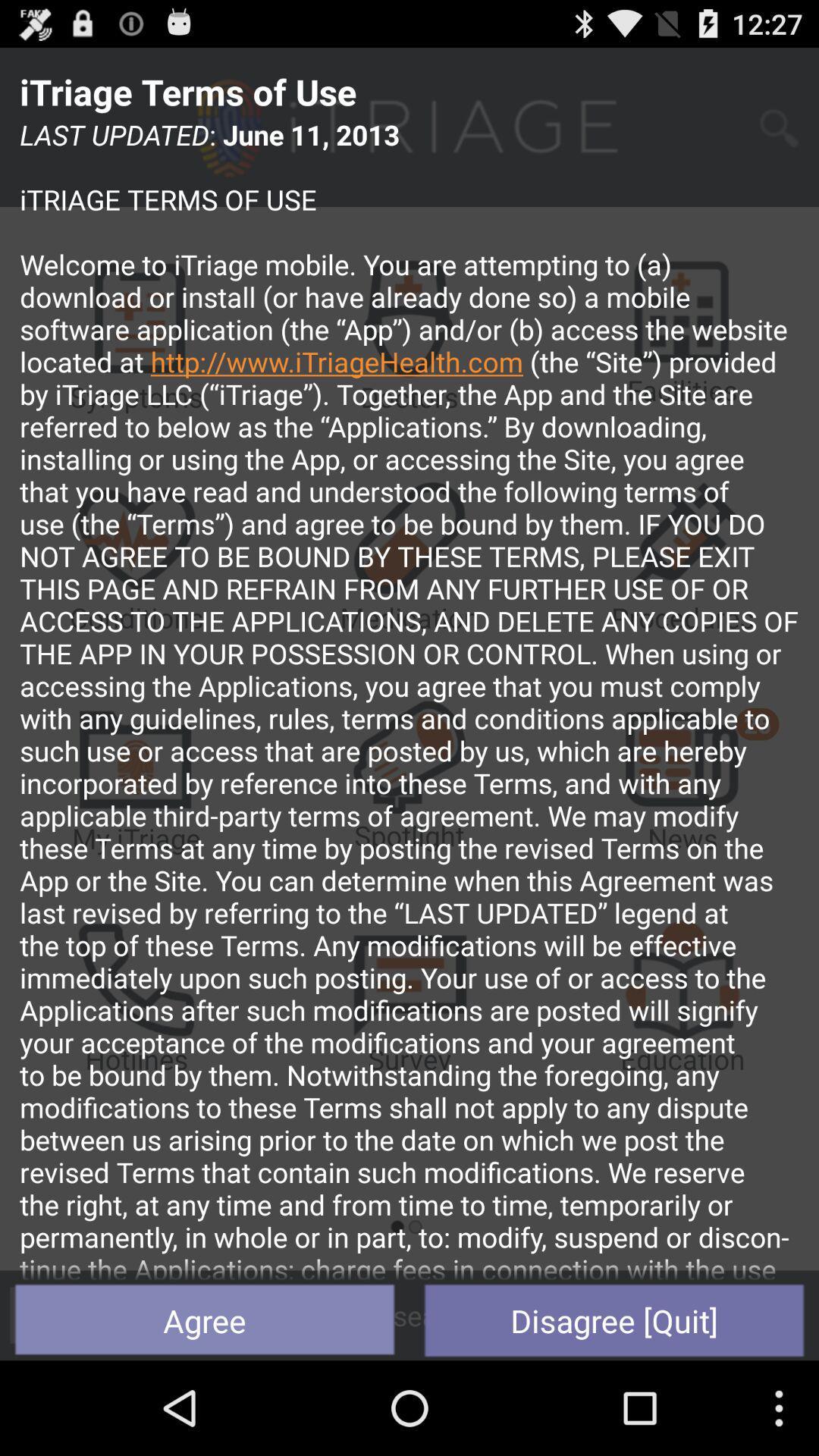  Describe the element at coordinates (614, 1319) in the screenshot. I see `the icon at the bottom right corner` at that location.